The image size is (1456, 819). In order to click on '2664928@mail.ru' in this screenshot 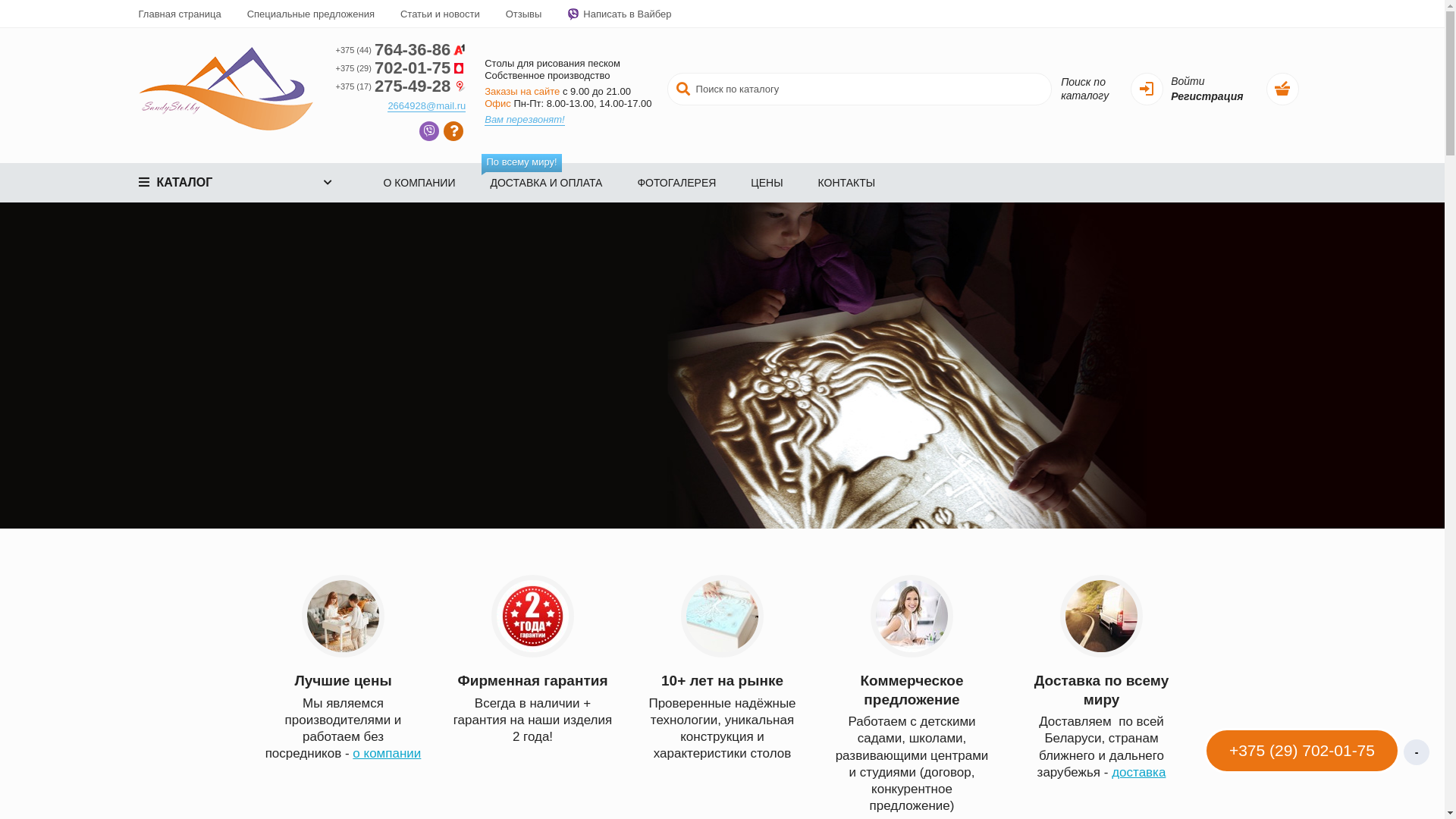, I will do `click(425, 105)`.